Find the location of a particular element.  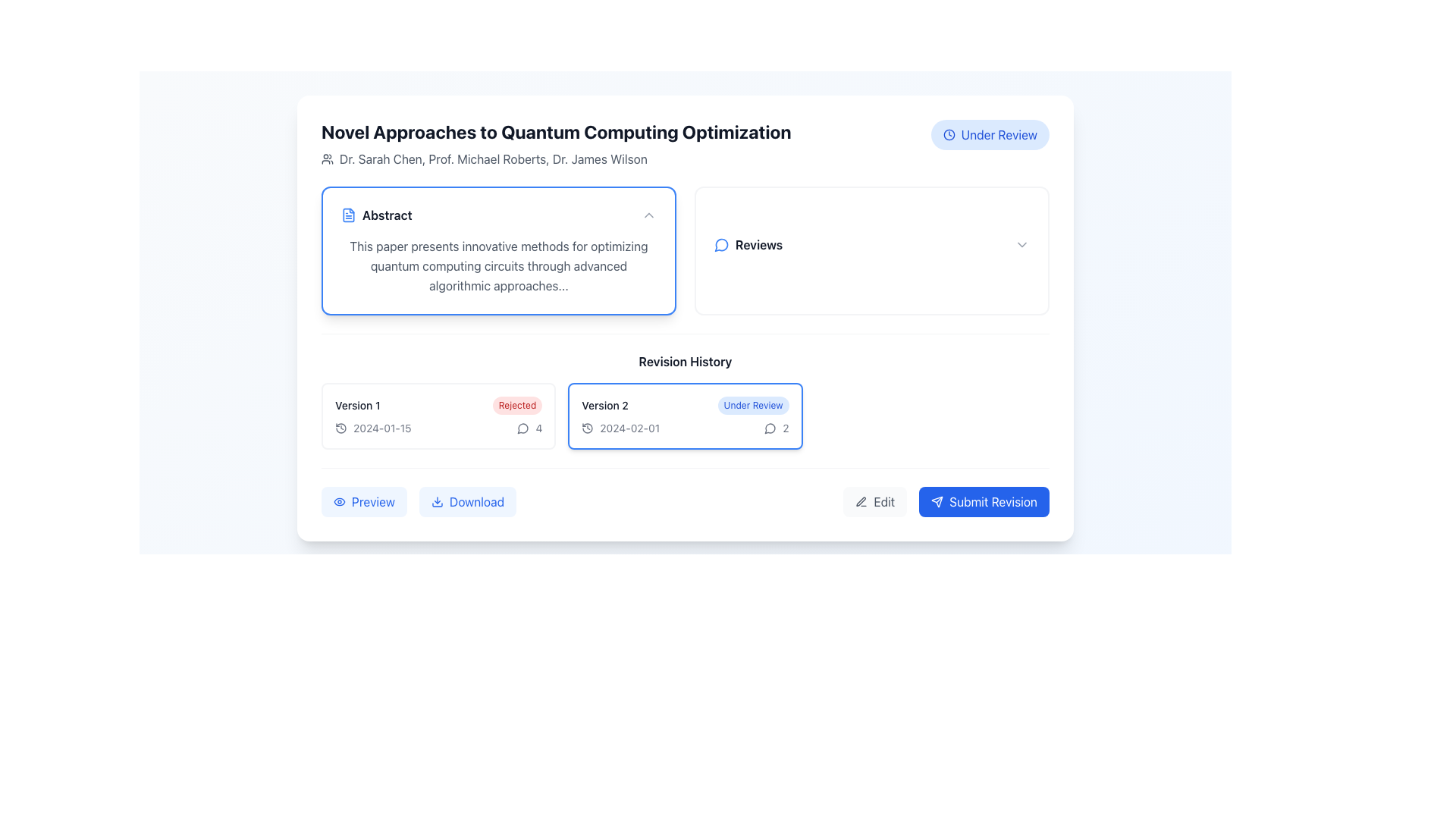

the pen icon located in the 'Edit' button, which is positioned directly to the left of the 'Edit' text is located at coordinates (861, 502).